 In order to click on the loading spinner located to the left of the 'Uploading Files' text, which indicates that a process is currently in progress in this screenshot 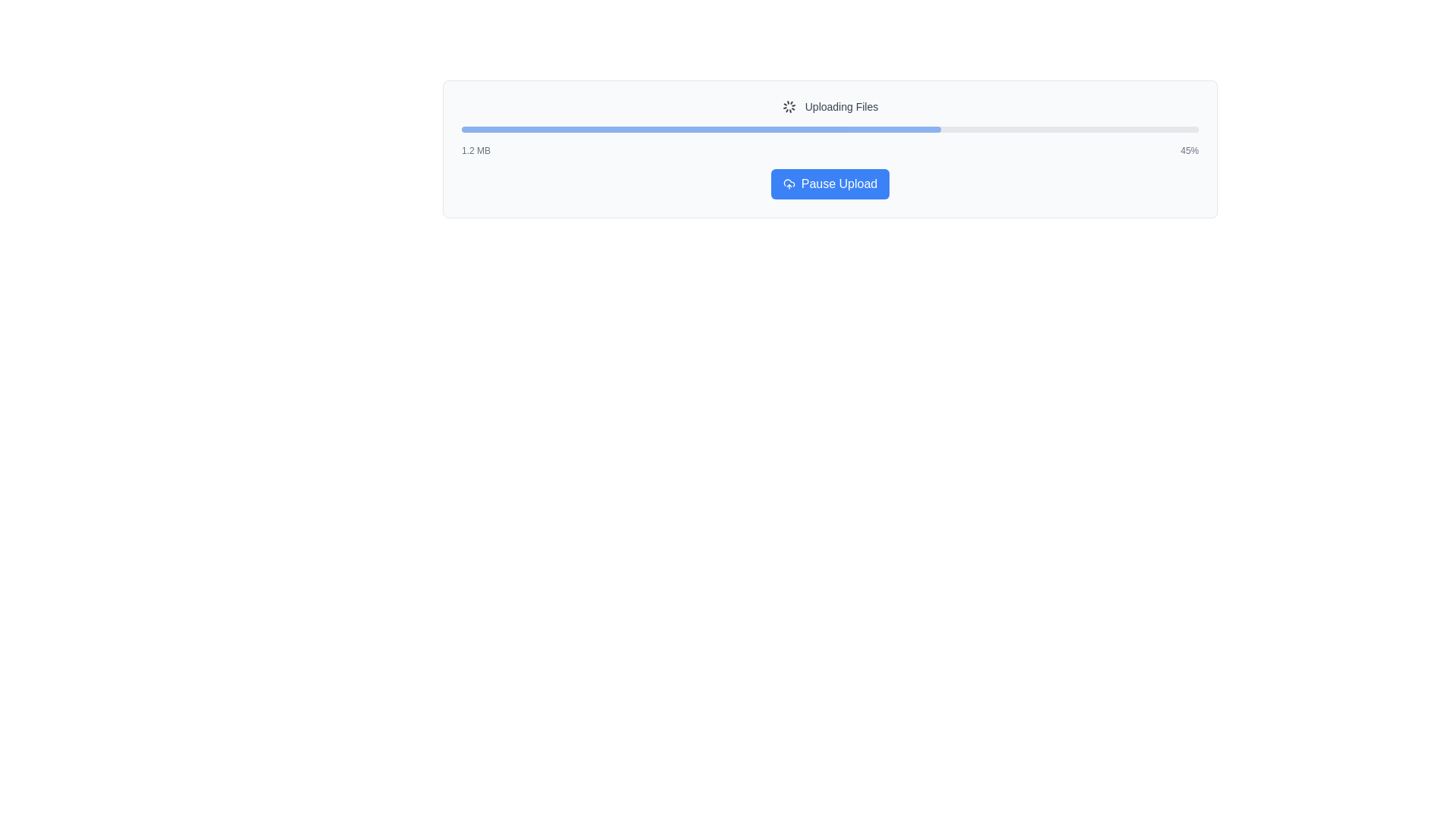, I will do `click(789, 106)`.